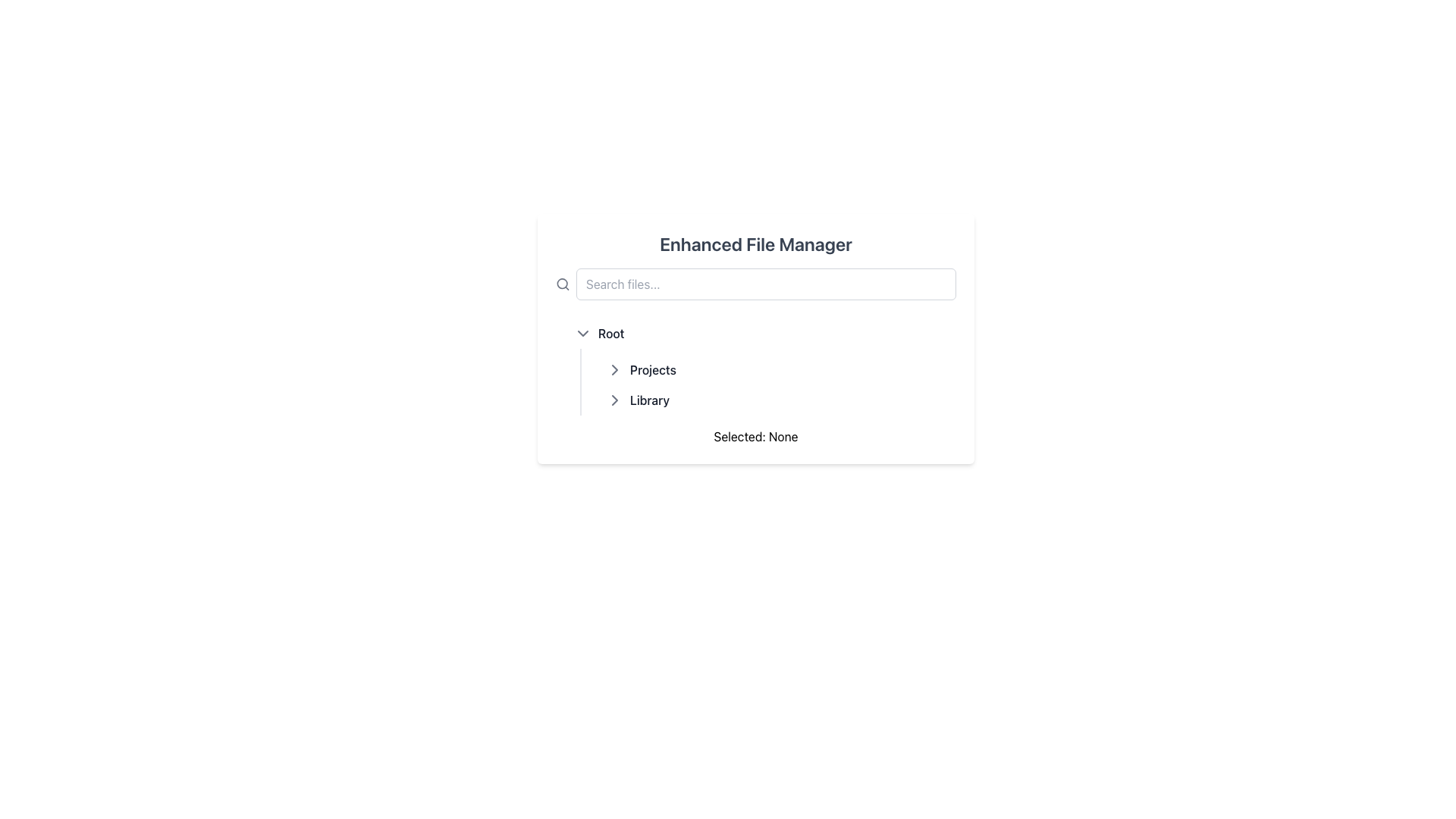  Describe the element at coordinates (756, 436) in the screenshot. I see `text from the label displaying 'Selected: None', which is located at the bottom of the panel beneath the tree structure containing 'Projects' and 'Library'` at that location.